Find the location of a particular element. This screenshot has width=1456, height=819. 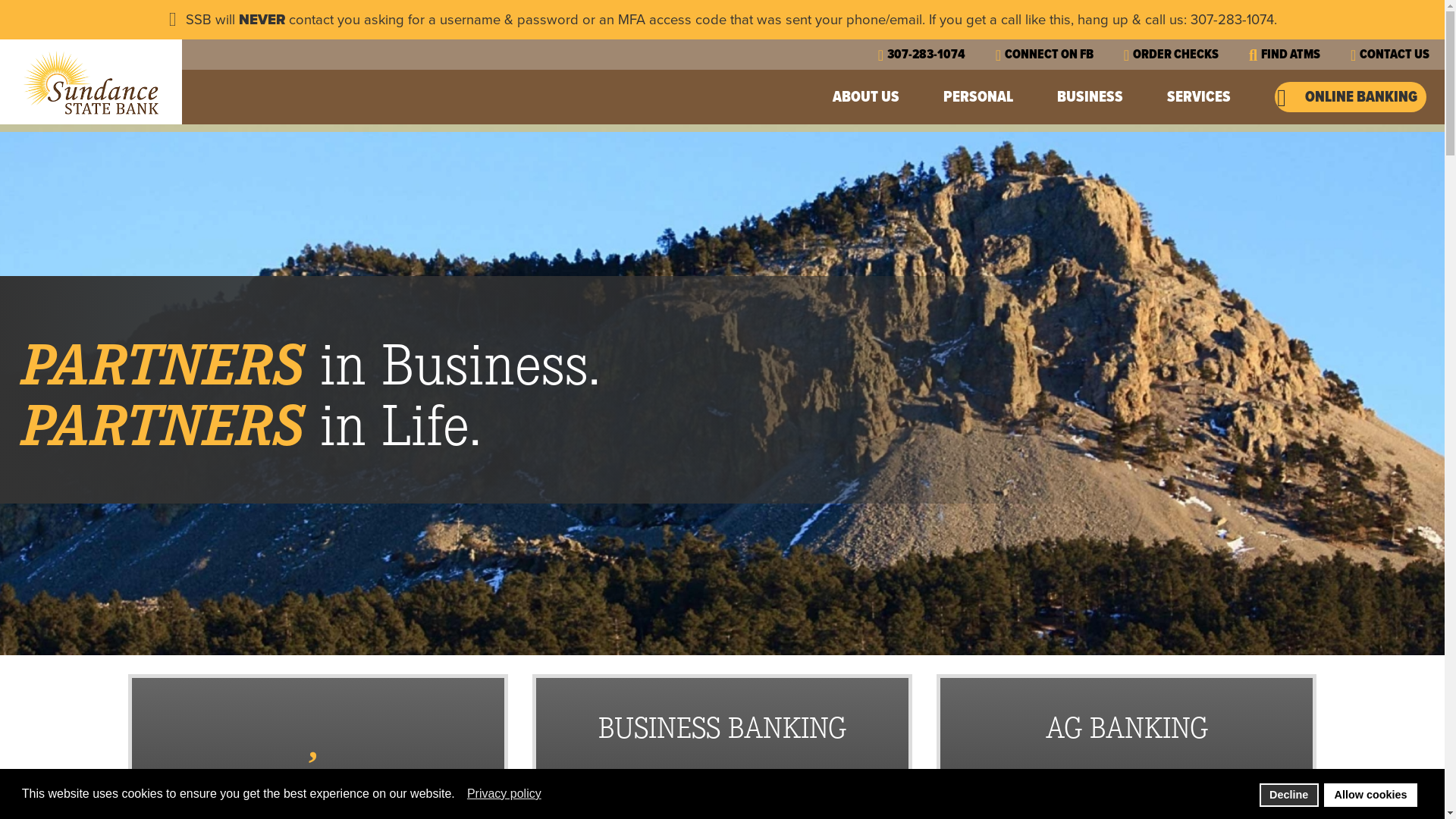

'Decline' is located at coordinates (1288, 794).